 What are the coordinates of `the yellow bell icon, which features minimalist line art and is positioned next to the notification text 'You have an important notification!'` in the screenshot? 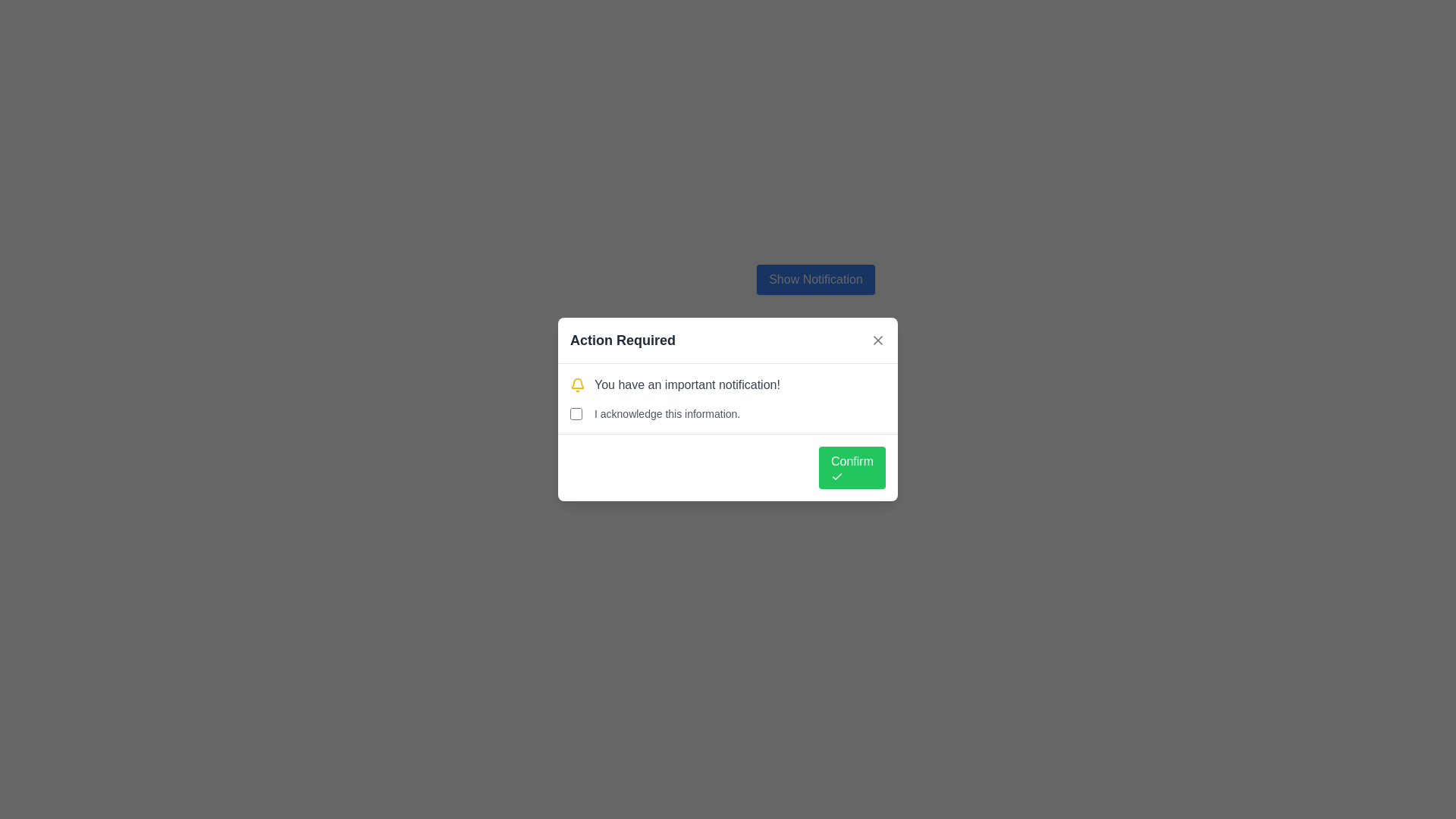 It's located at (577, 384).